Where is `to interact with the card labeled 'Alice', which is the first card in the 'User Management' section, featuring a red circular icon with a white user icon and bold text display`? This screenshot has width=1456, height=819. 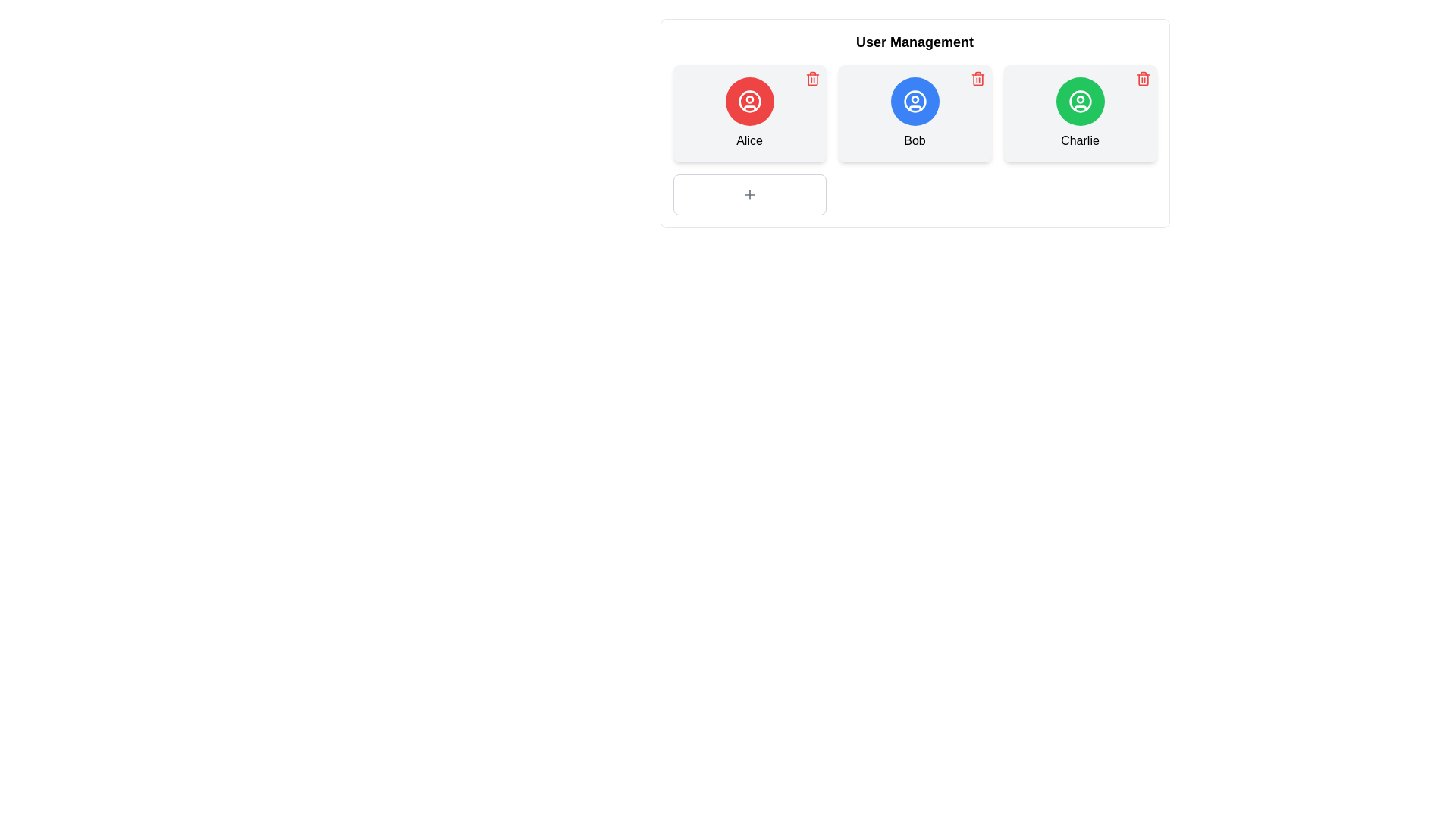 to interact with the card labeled 'Alice', which is the first card in the 'User Management' section, featuring a red circular icon with a white user icon and bold text display is located at coordinates (749, 113).